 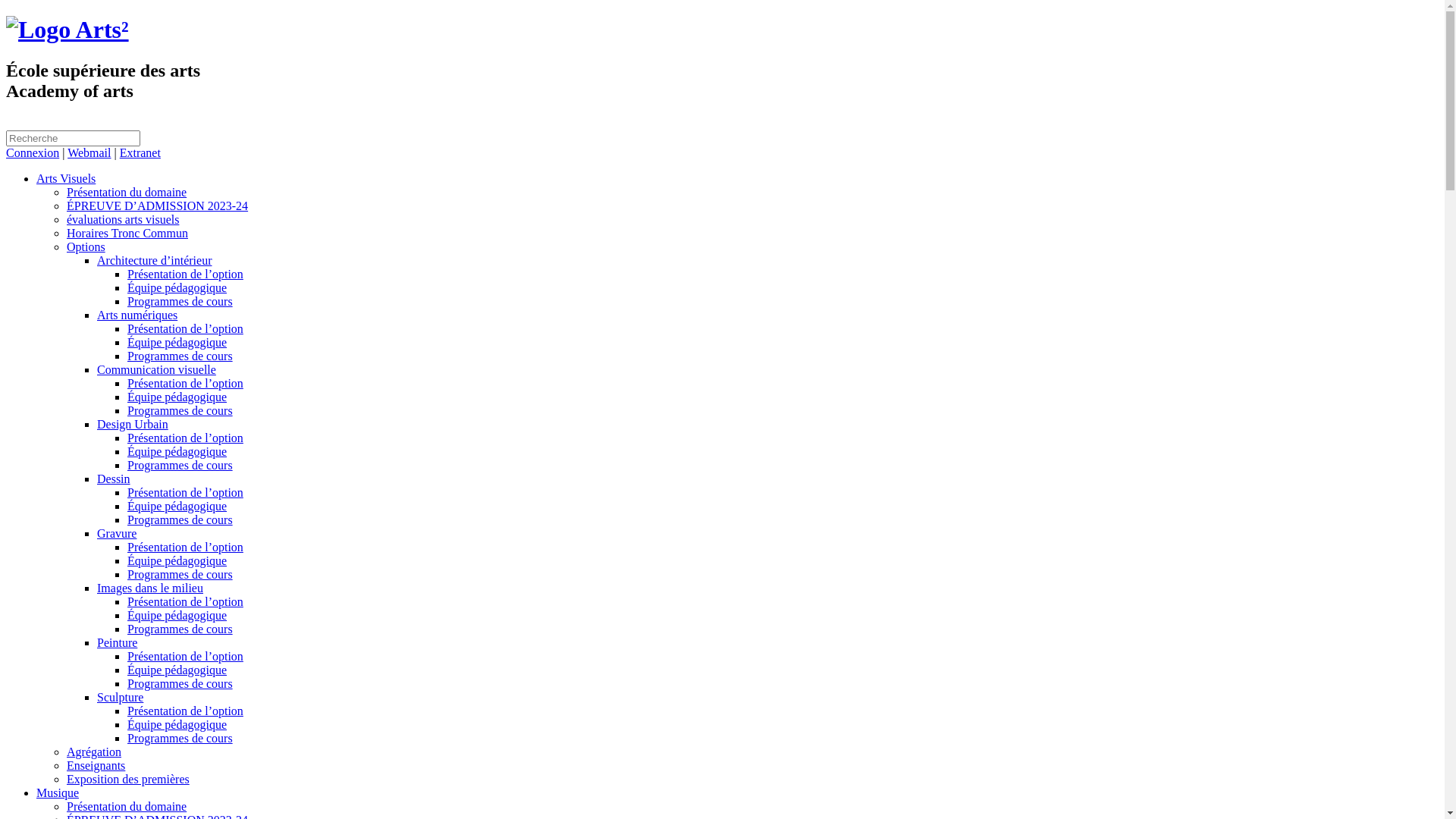 I want to click on 'Musique', so click(x=36, y=792).